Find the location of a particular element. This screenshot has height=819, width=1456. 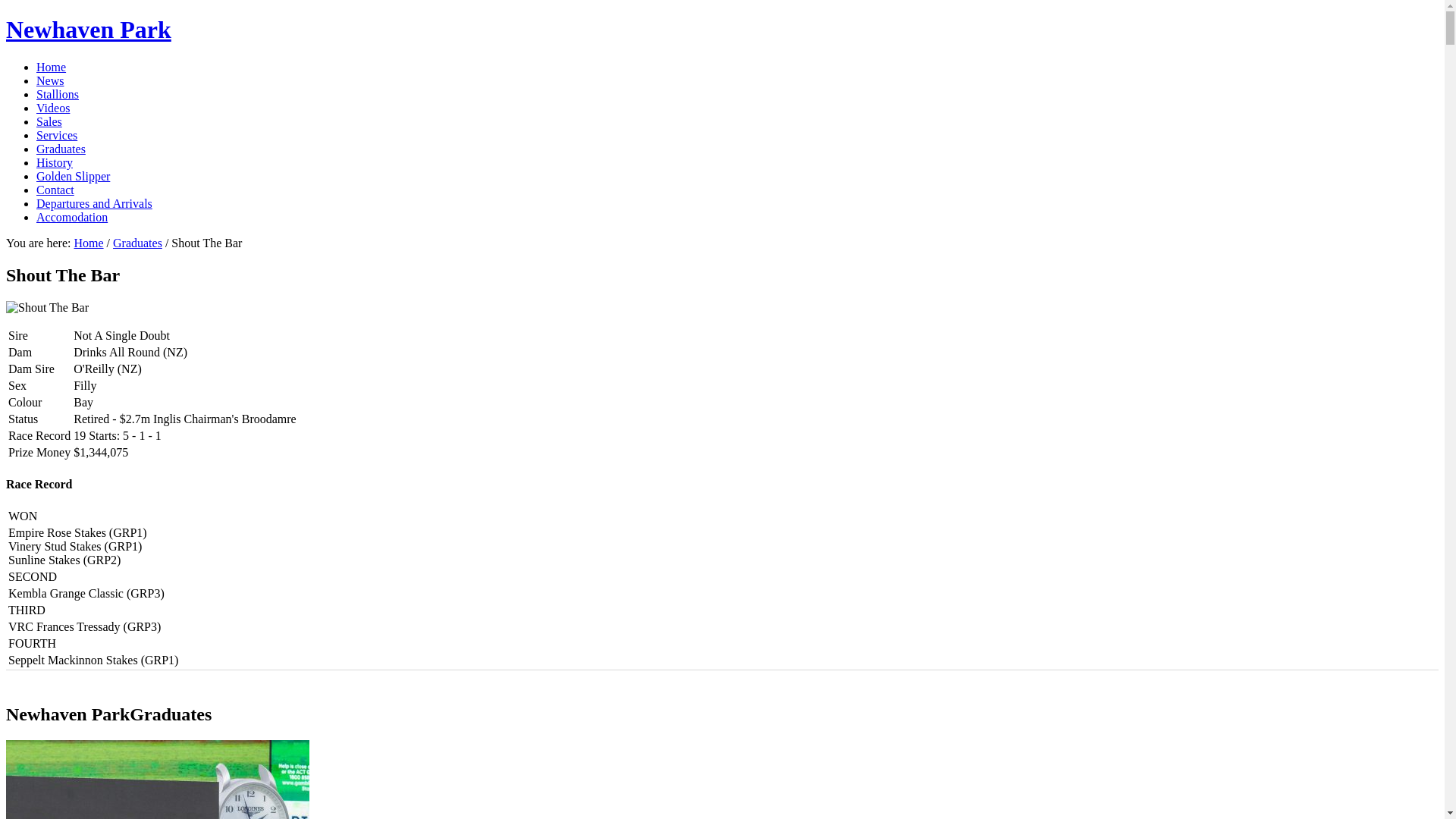

'History' is located at coordinates (55, 162).